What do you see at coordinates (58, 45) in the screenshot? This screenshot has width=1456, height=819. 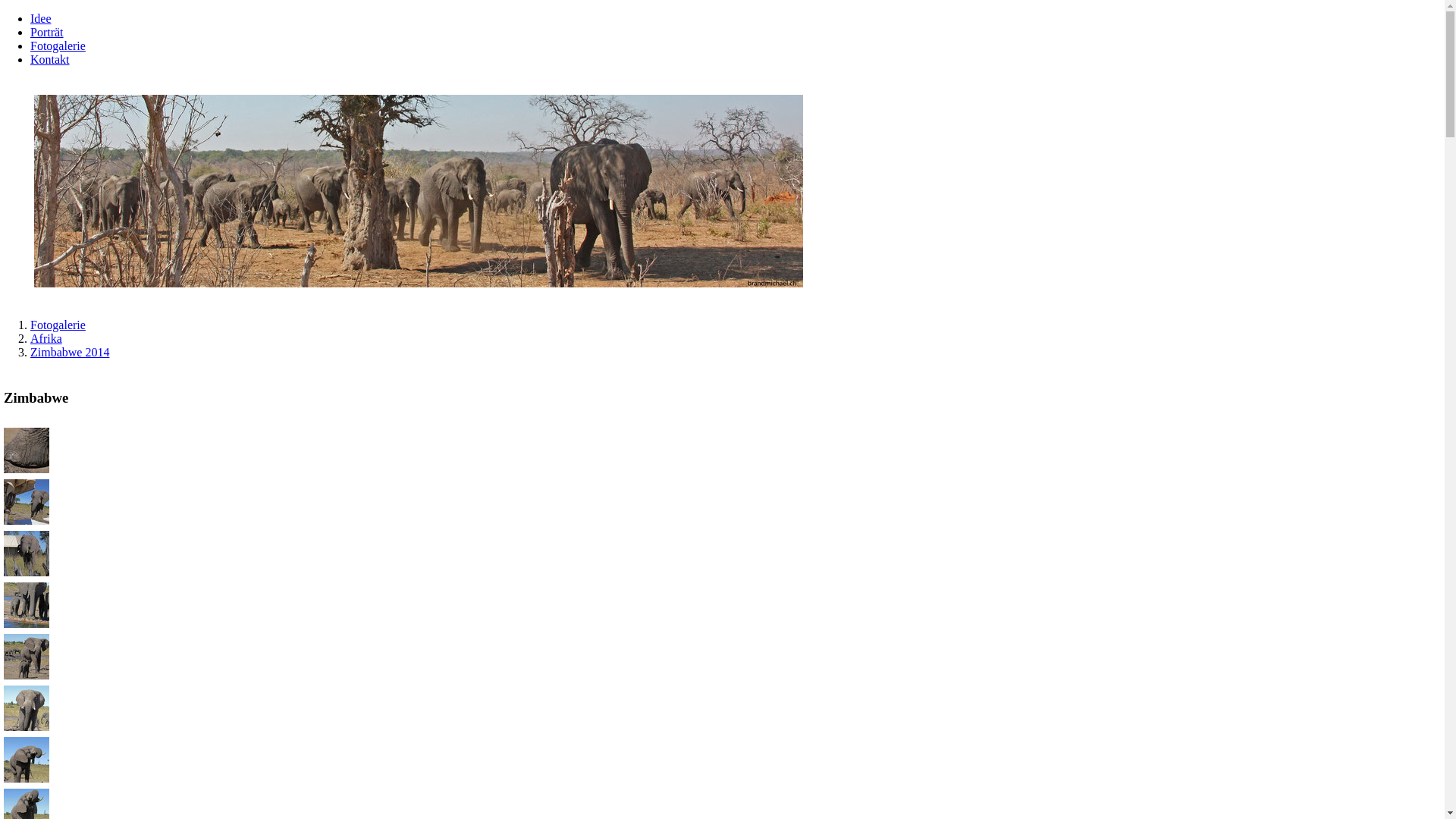 I see `'Fotogalerie'` at bounding box center [58, 45].